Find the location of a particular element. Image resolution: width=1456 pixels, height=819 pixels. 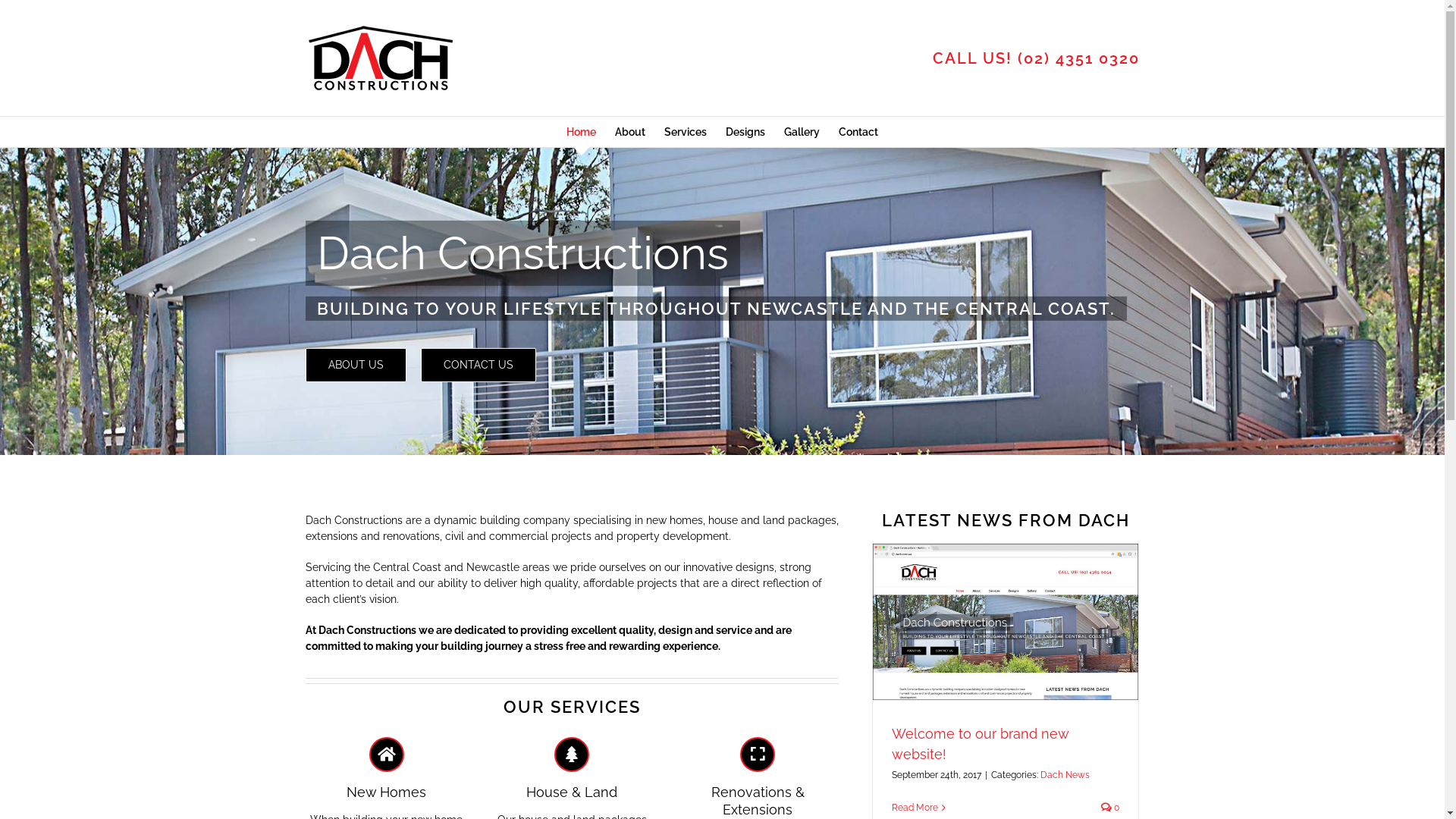

'Designs' is located at coordinates (724, 130).